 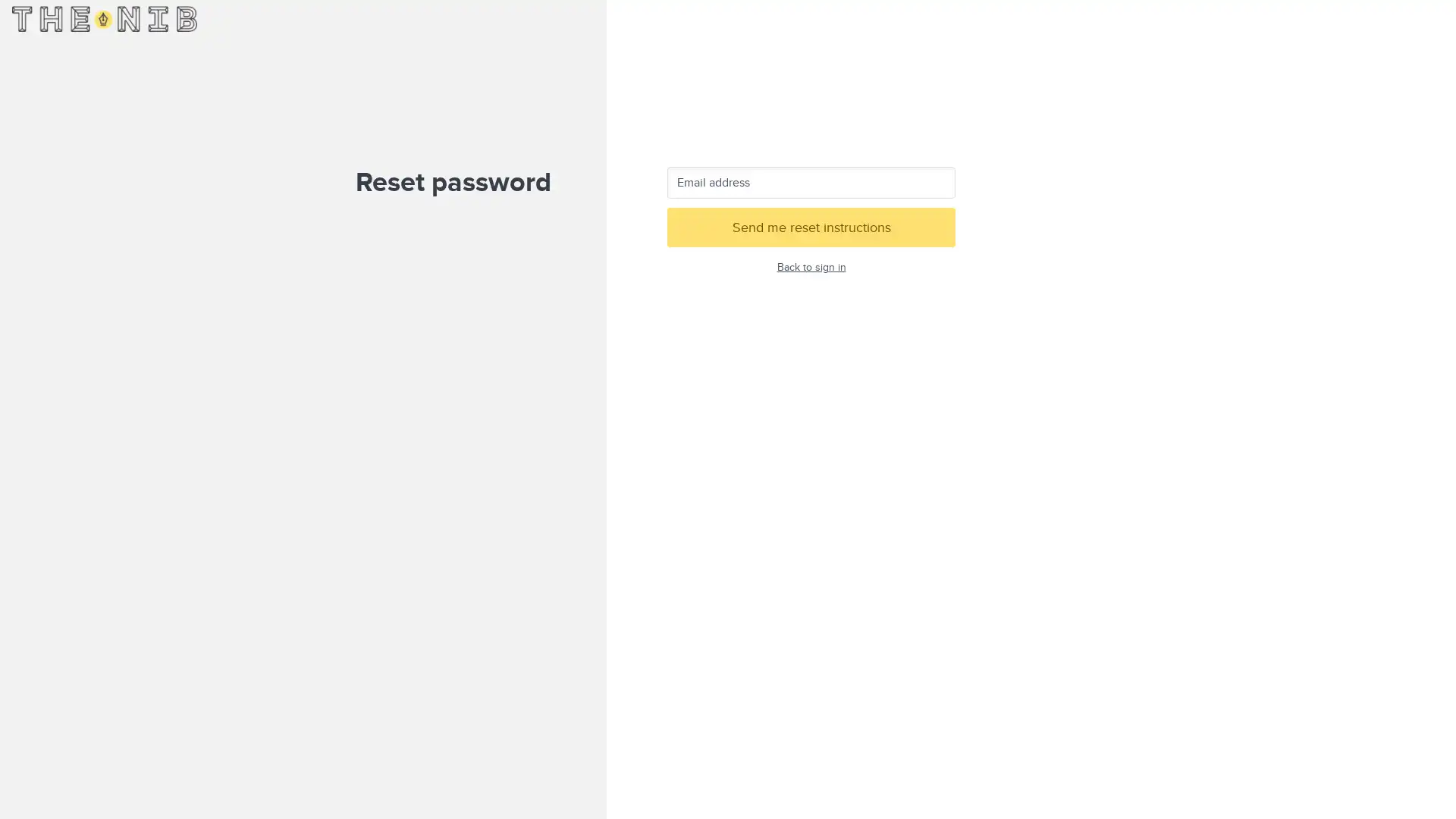 I want to click on Send me reset instructions, so click(x=811, y=227).